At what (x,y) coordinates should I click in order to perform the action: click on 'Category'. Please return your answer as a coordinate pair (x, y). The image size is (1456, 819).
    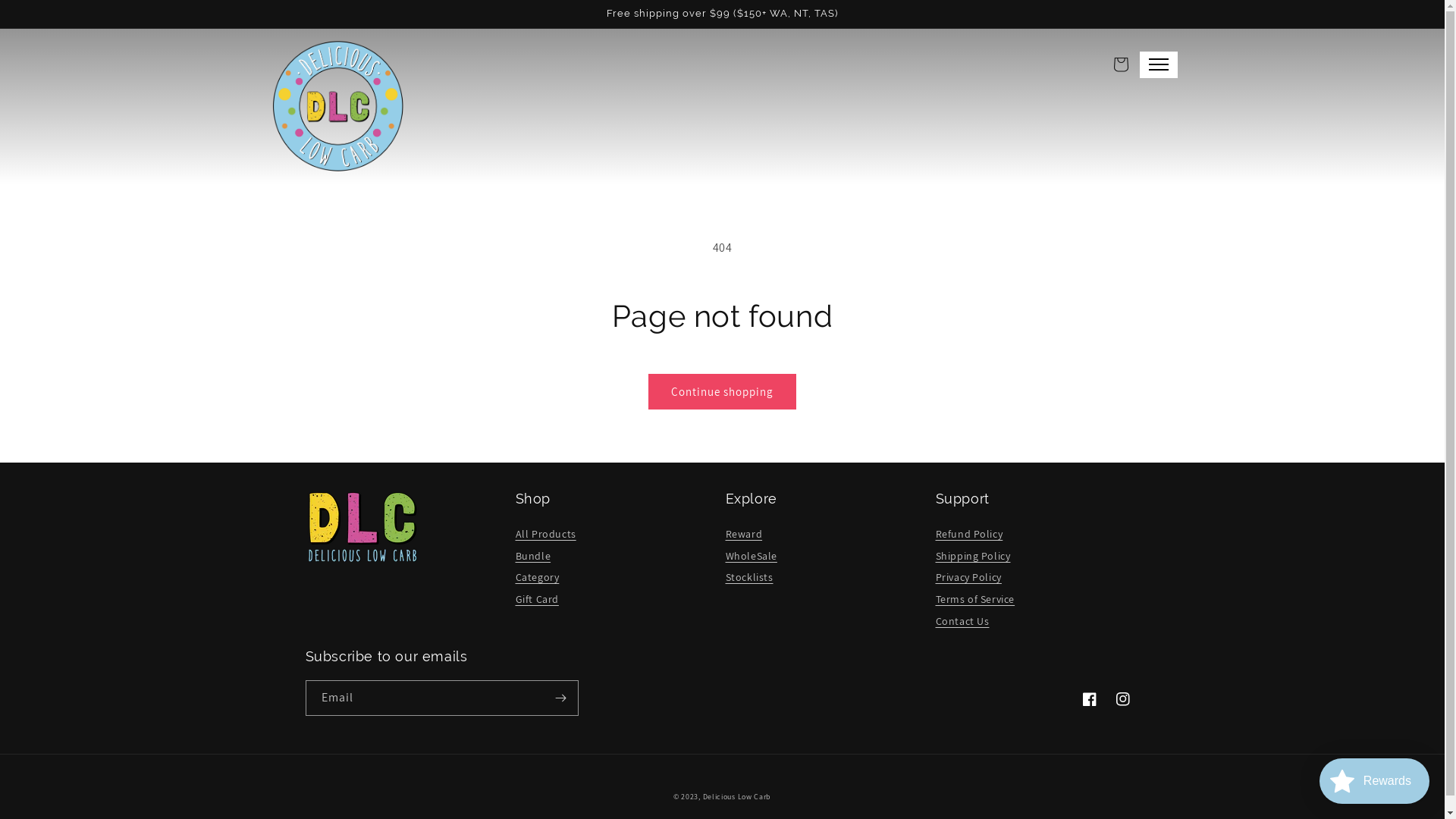
    Looking at the image, I should click on (538, 577).